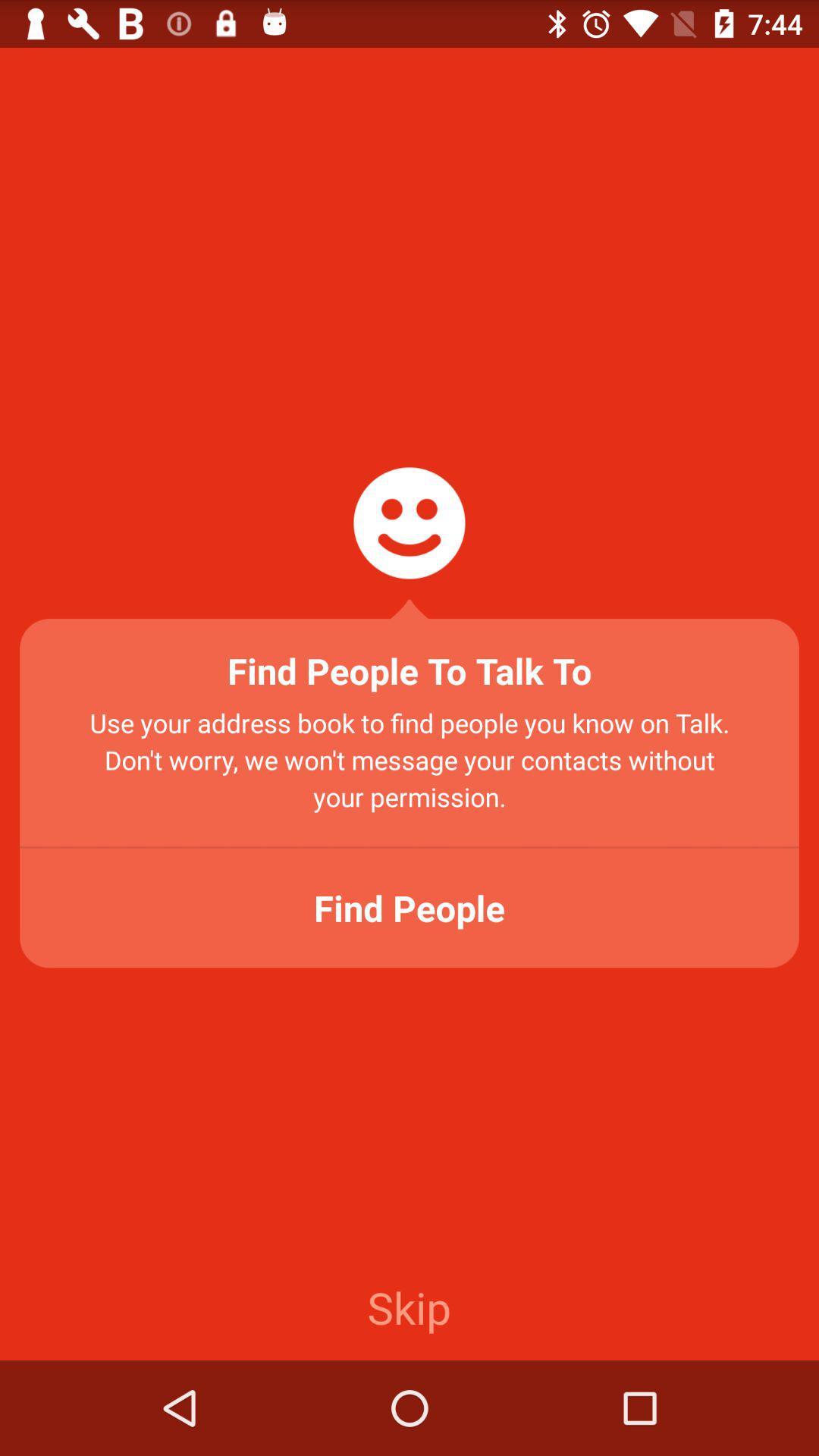 The height and width of the screenshot is (1456, 819). What do you see at coordinates (408, 1306) in the screenshot?
I see `the skip at the bottom` at bounding box center [408, 1306].